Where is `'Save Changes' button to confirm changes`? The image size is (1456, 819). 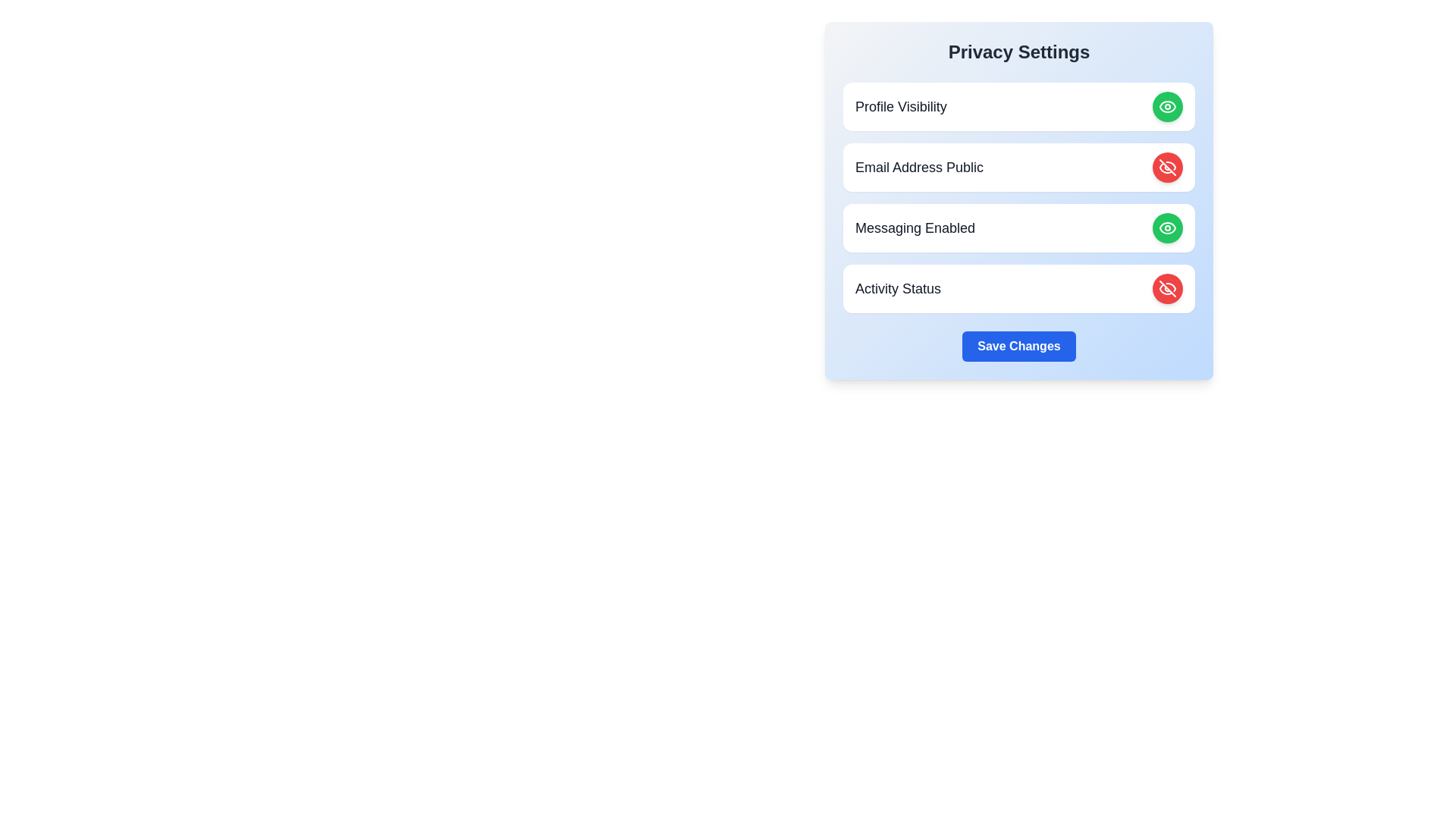
'Save Changes' button to confirm changes is located at coordinates (1019, 346).